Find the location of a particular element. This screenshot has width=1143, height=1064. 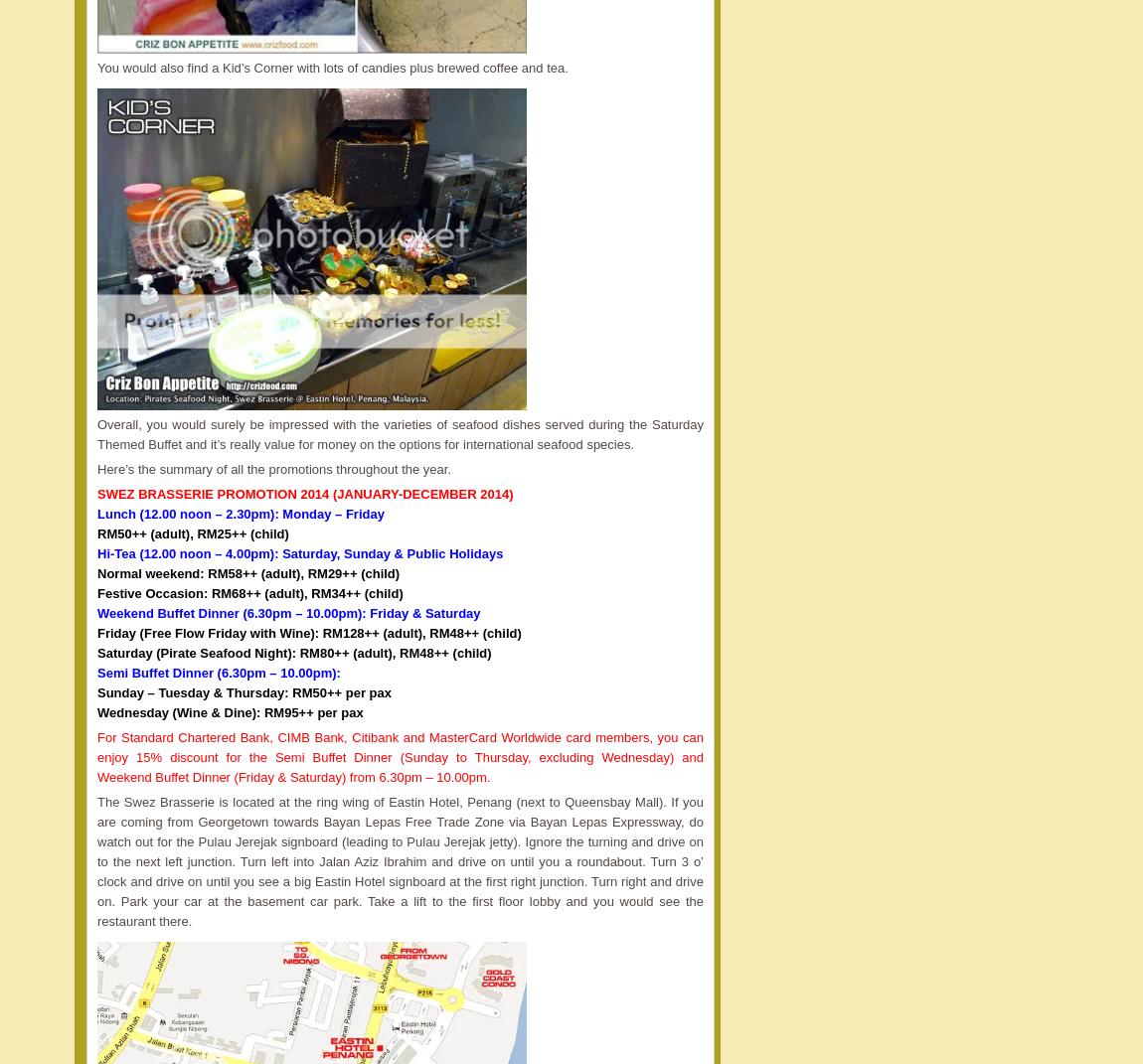

'Normal weekend: RM58++ (adult), RM29++ (child)' is located at coordinates (247, 573).